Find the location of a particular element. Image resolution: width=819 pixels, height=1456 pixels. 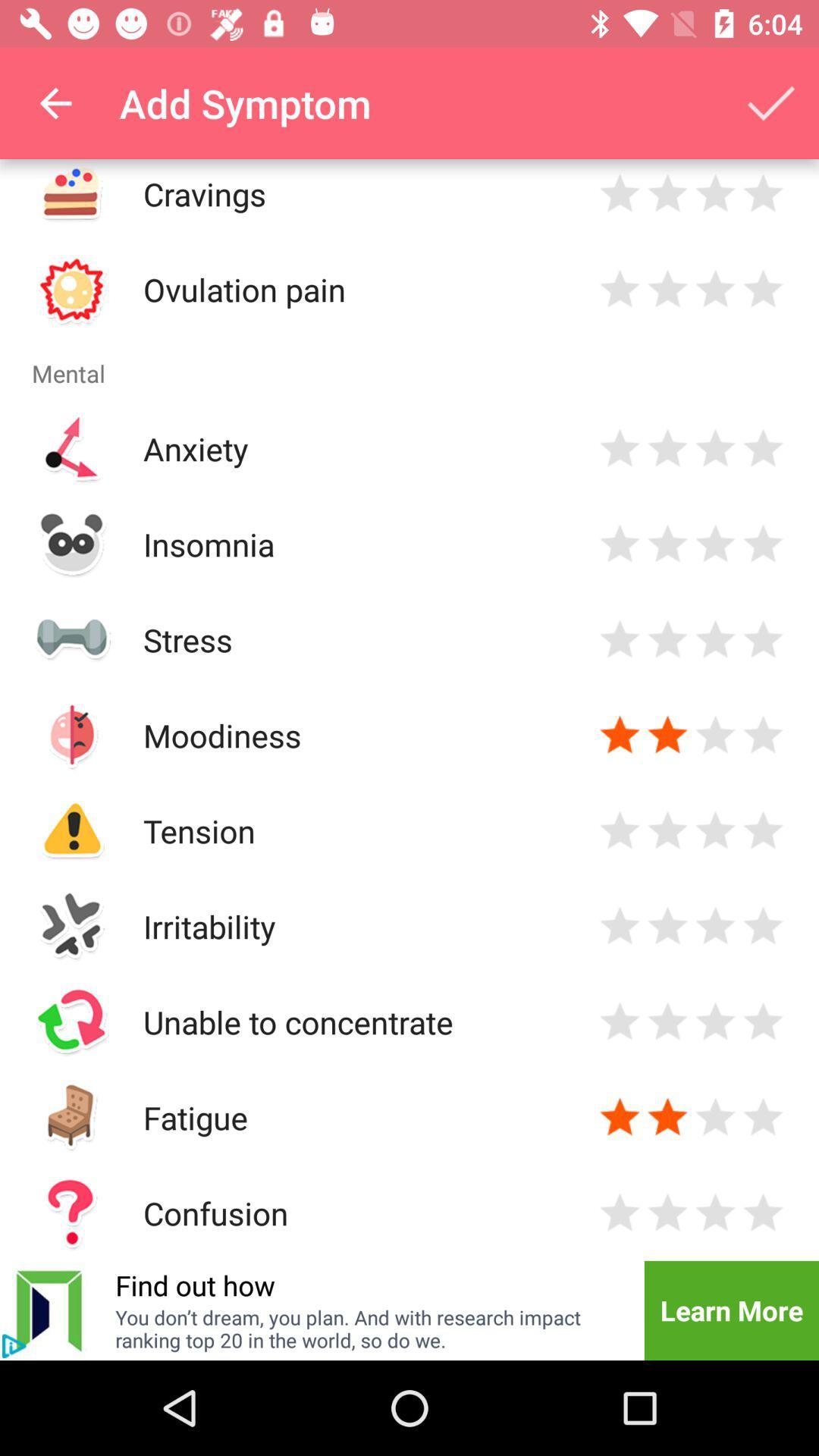

rate item one star is located at coordinates (620, 447).